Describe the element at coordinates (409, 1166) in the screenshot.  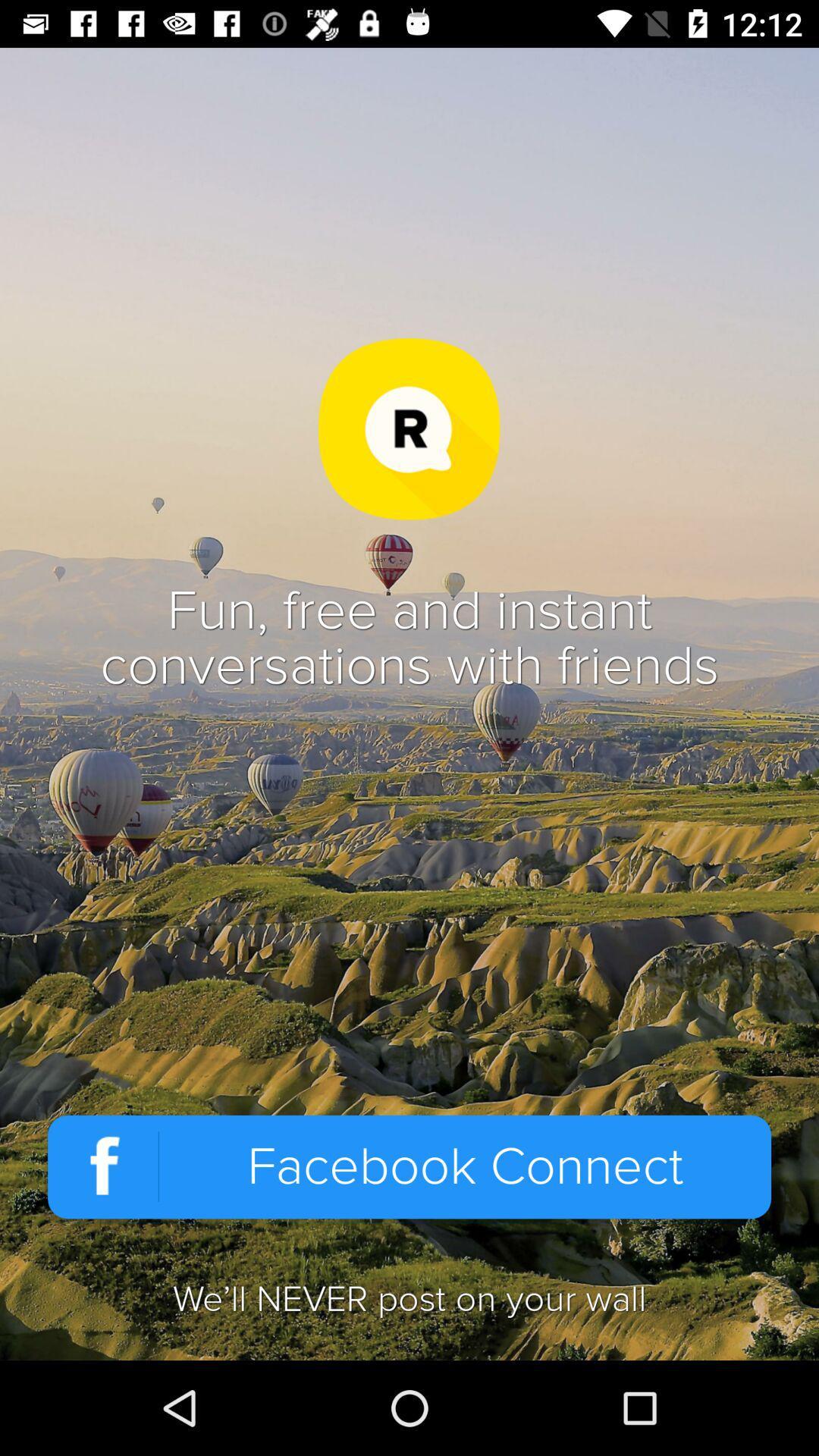
I see `app above the we ll never` at that location.